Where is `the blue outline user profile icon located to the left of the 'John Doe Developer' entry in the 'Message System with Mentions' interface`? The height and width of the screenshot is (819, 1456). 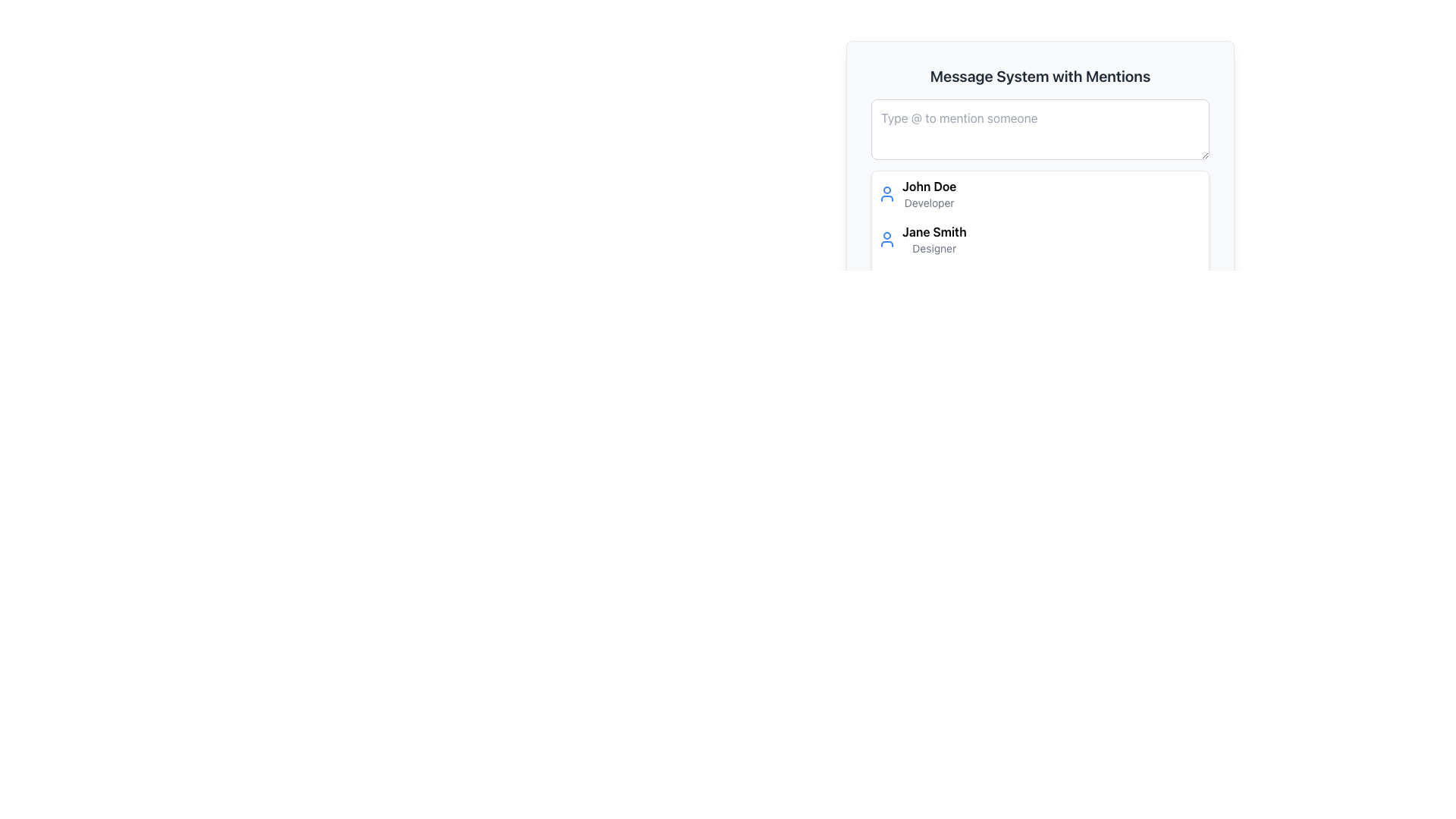 the blue outline user profile icon located to the left of the 'John Doe Developer' entry in the 'Message System with Mentions' interface is located at coordinates (887, 193).